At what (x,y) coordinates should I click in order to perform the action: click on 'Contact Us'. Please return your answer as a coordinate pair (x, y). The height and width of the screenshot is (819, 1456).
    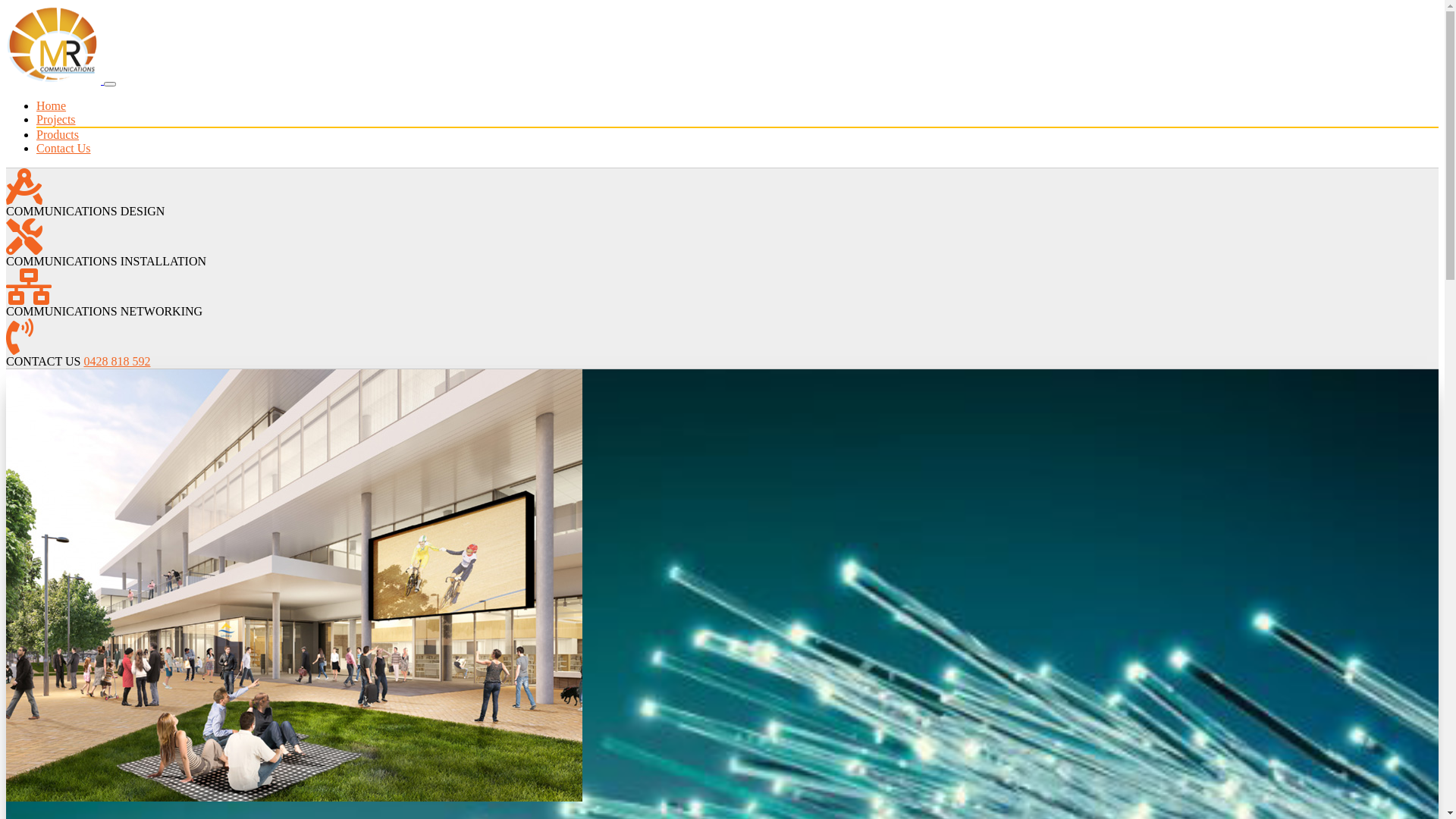
    Looking at the image, I should click on (62, 148).